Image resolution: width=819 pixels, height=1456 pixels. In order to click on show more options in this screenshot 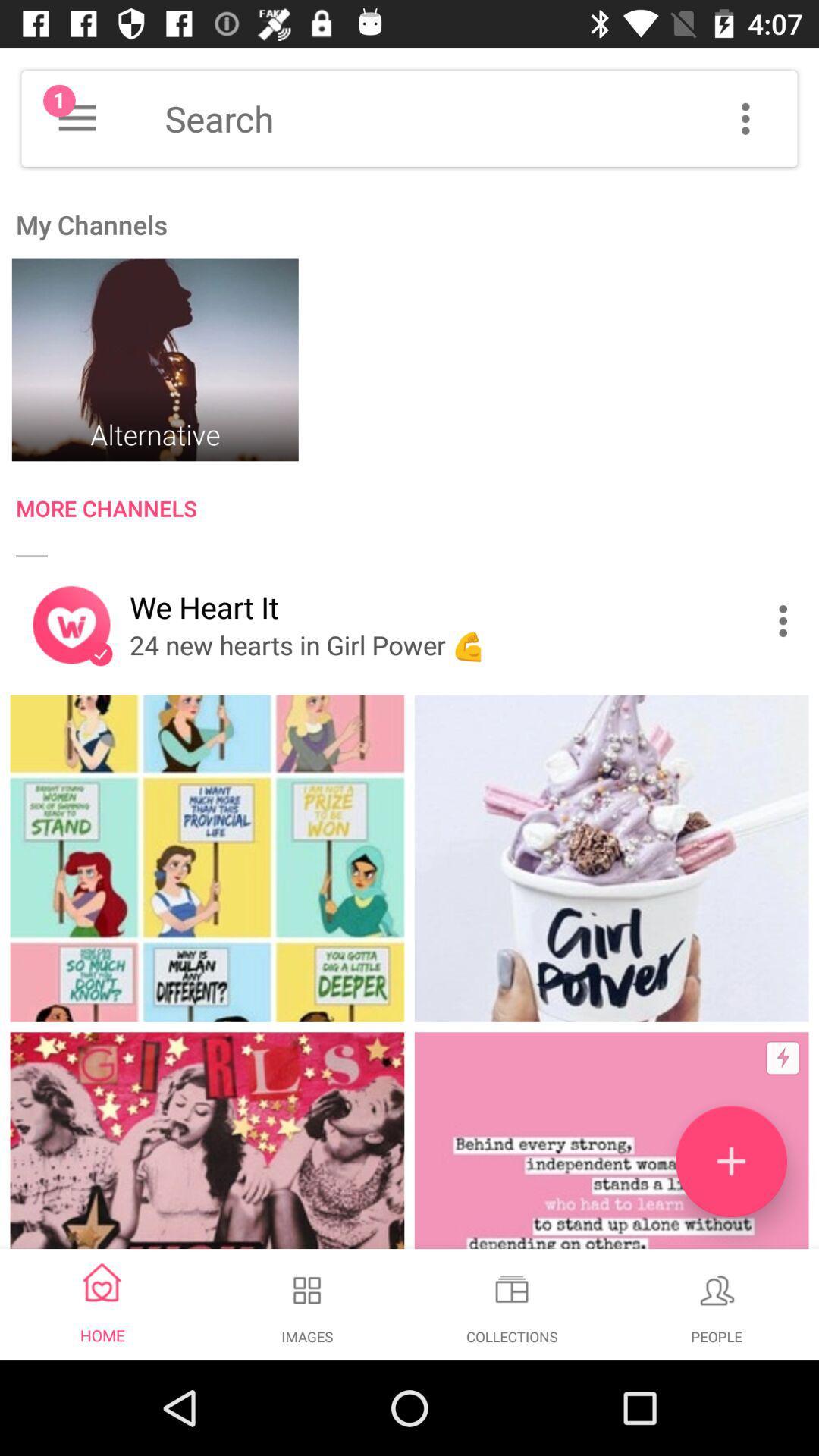, I will do `click(745, 118)`.